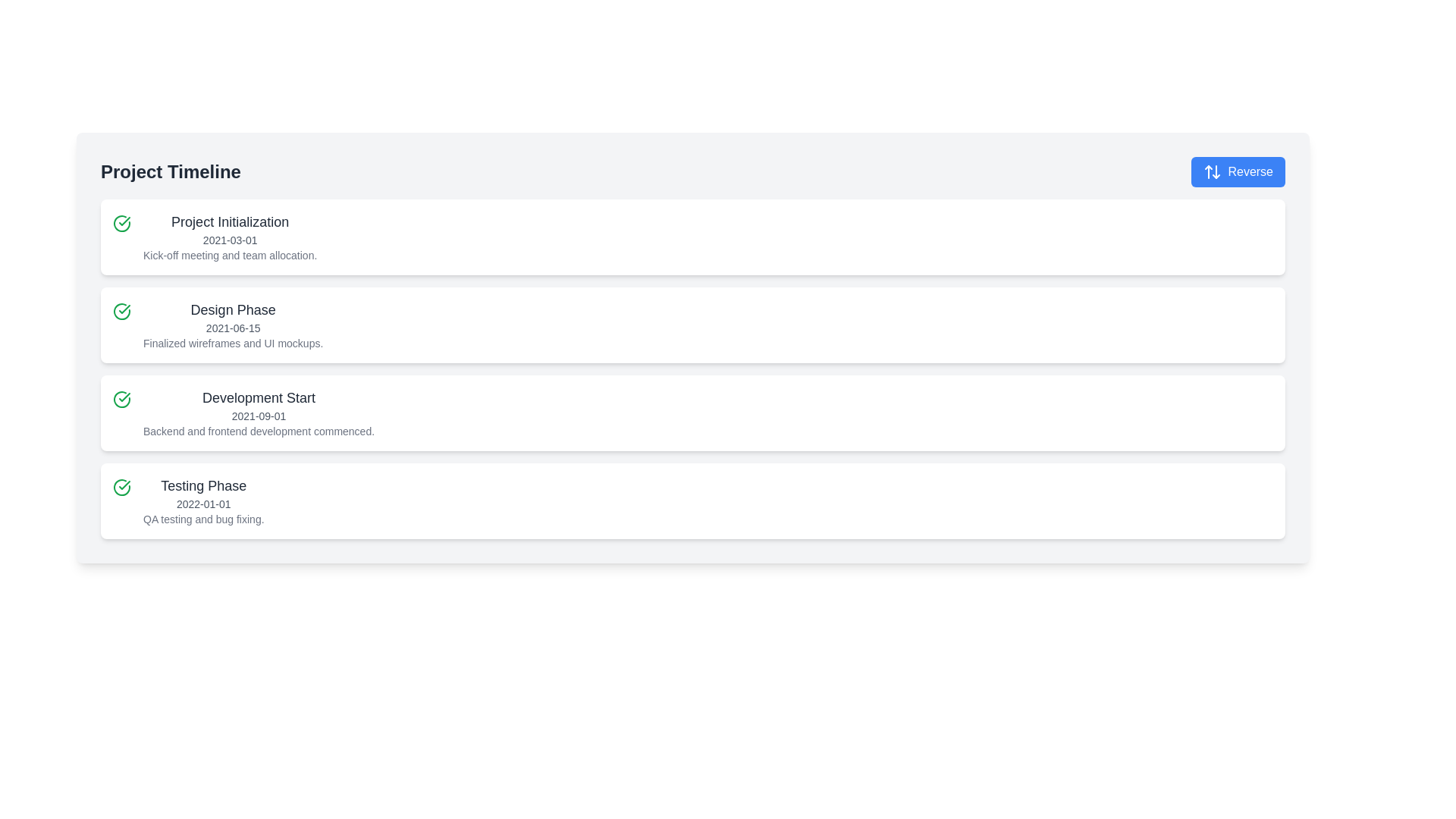 The image size is (1456, 819). I want to click on the static text displaying '2021-09-01' which is located underneath the heading 'Development Start' in the timeline layout, so click(259, 416).